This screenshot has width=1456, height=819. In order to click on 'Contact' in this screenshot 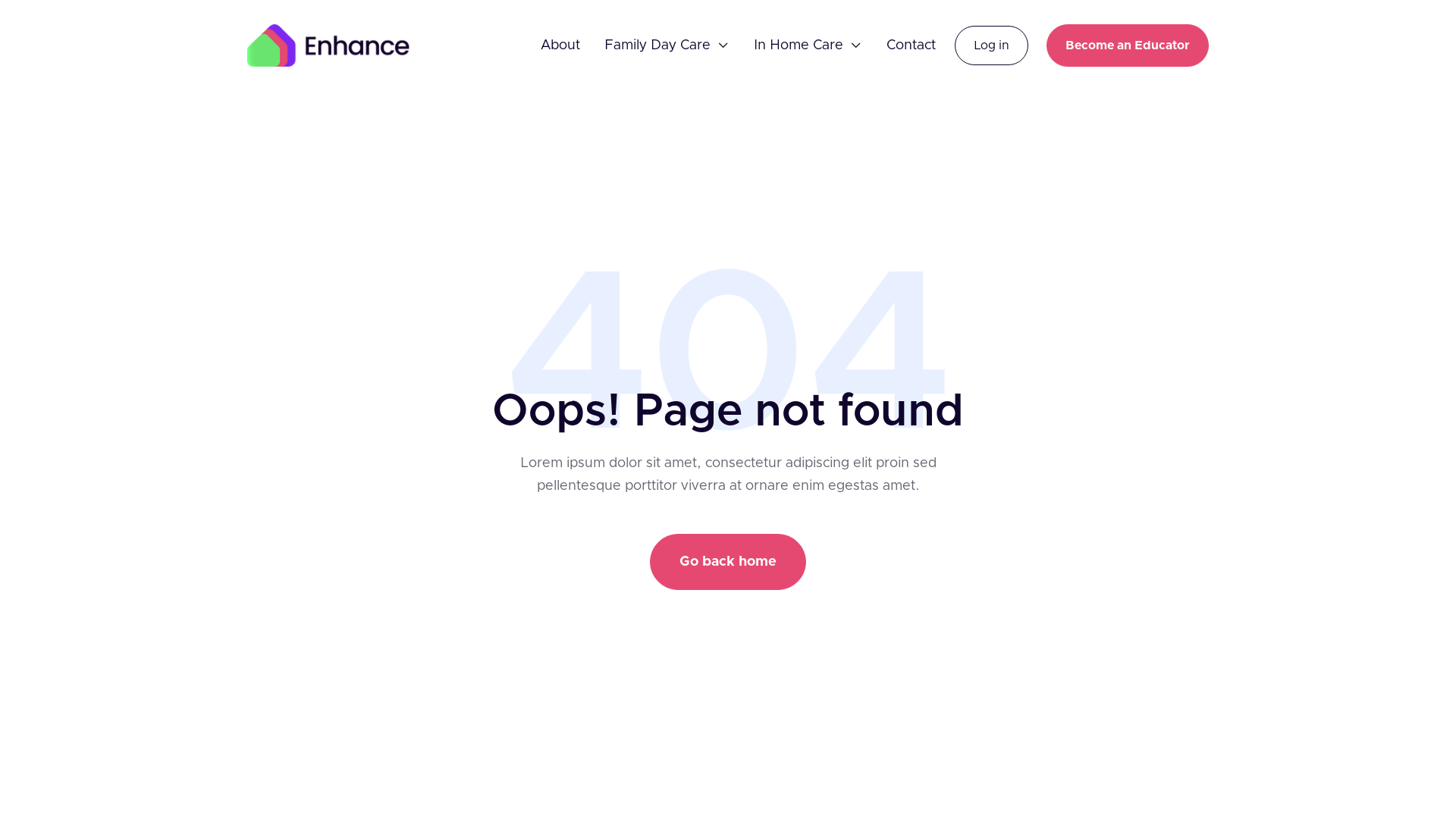, I will do `click(886, 45)`.